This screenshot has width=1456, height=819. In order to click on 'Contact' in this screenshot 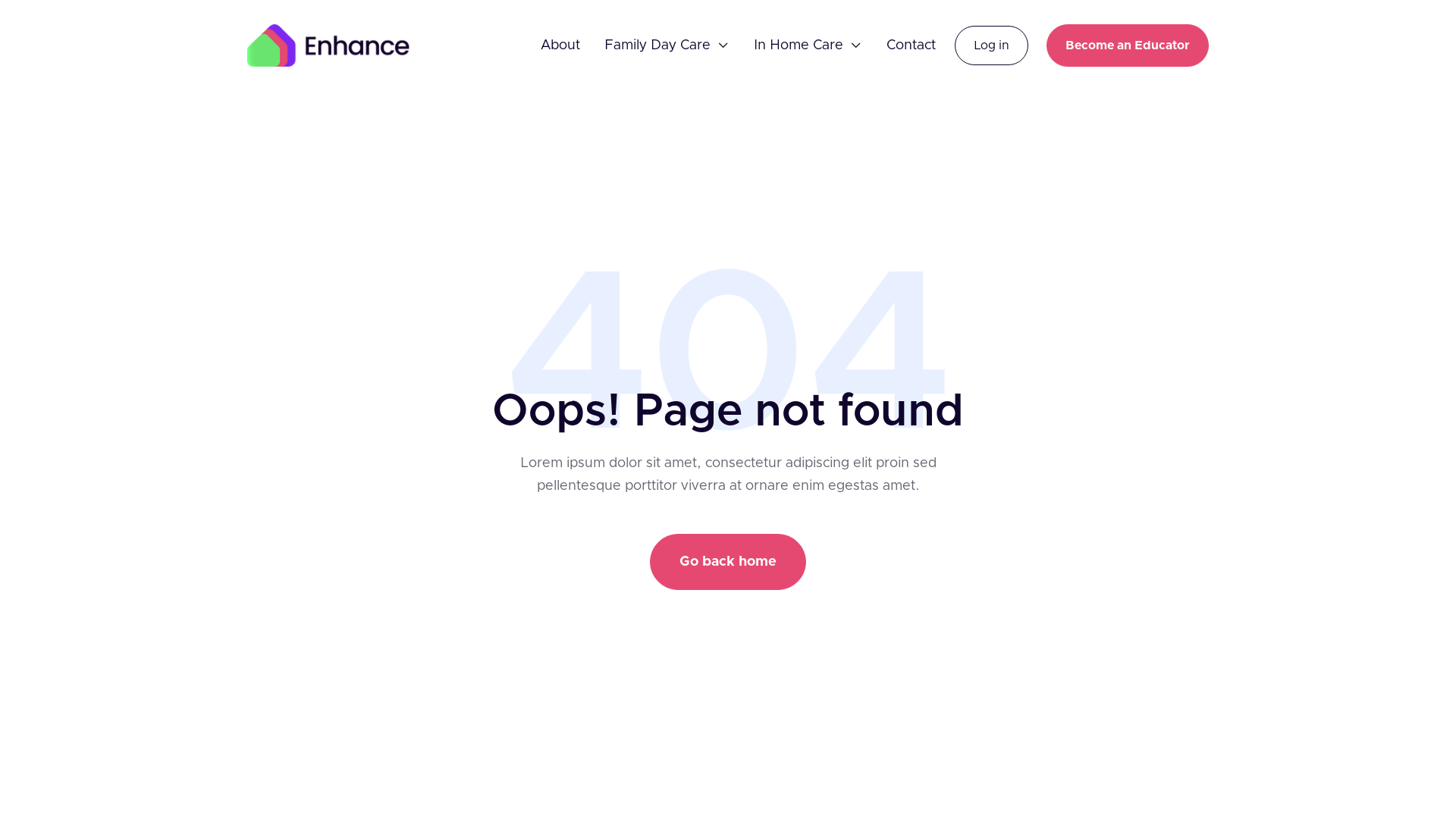, I will do `click(886, 45)`.